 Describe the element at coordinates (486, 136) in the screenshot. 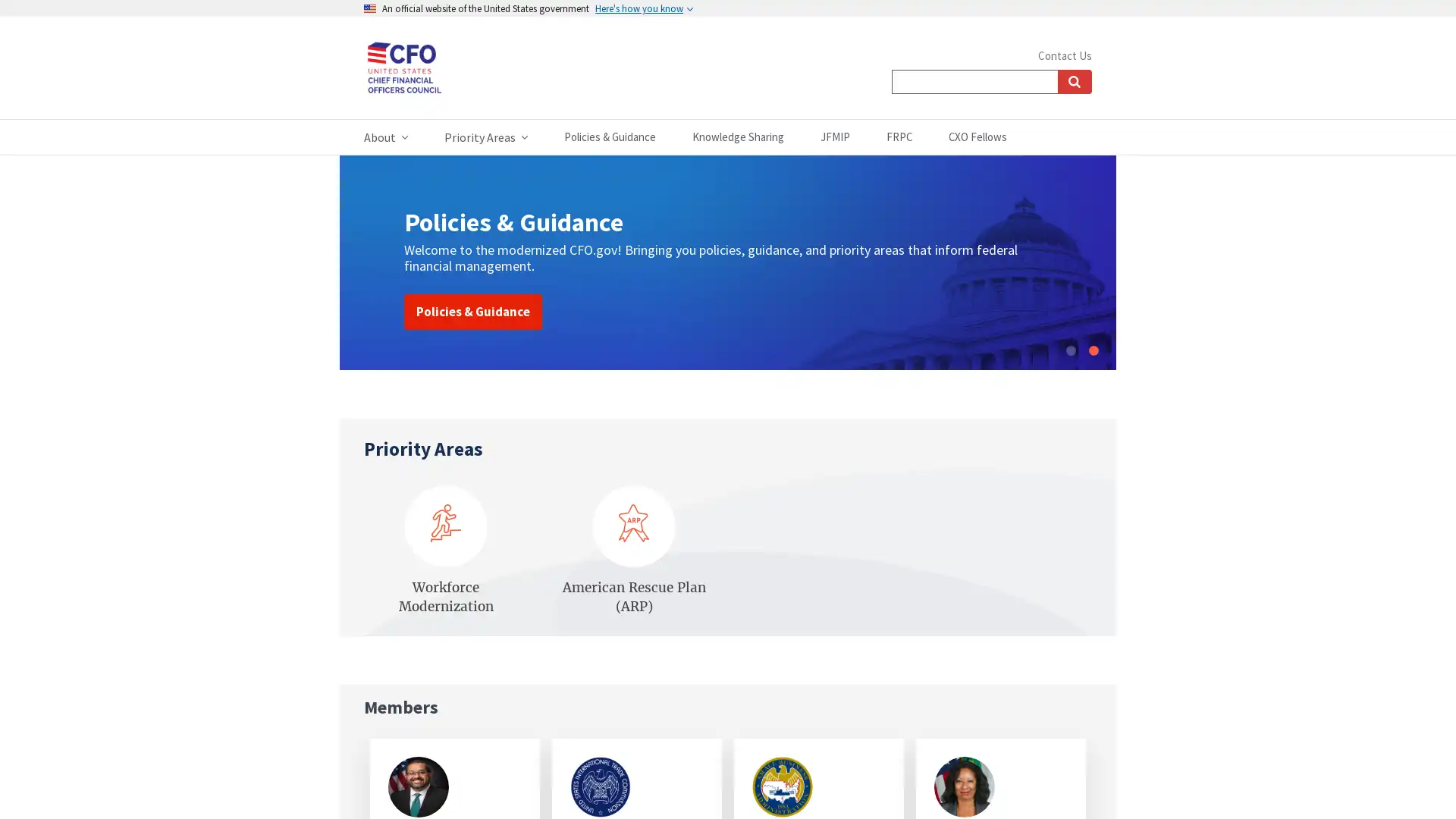

I see `Priority Areas` at that location.